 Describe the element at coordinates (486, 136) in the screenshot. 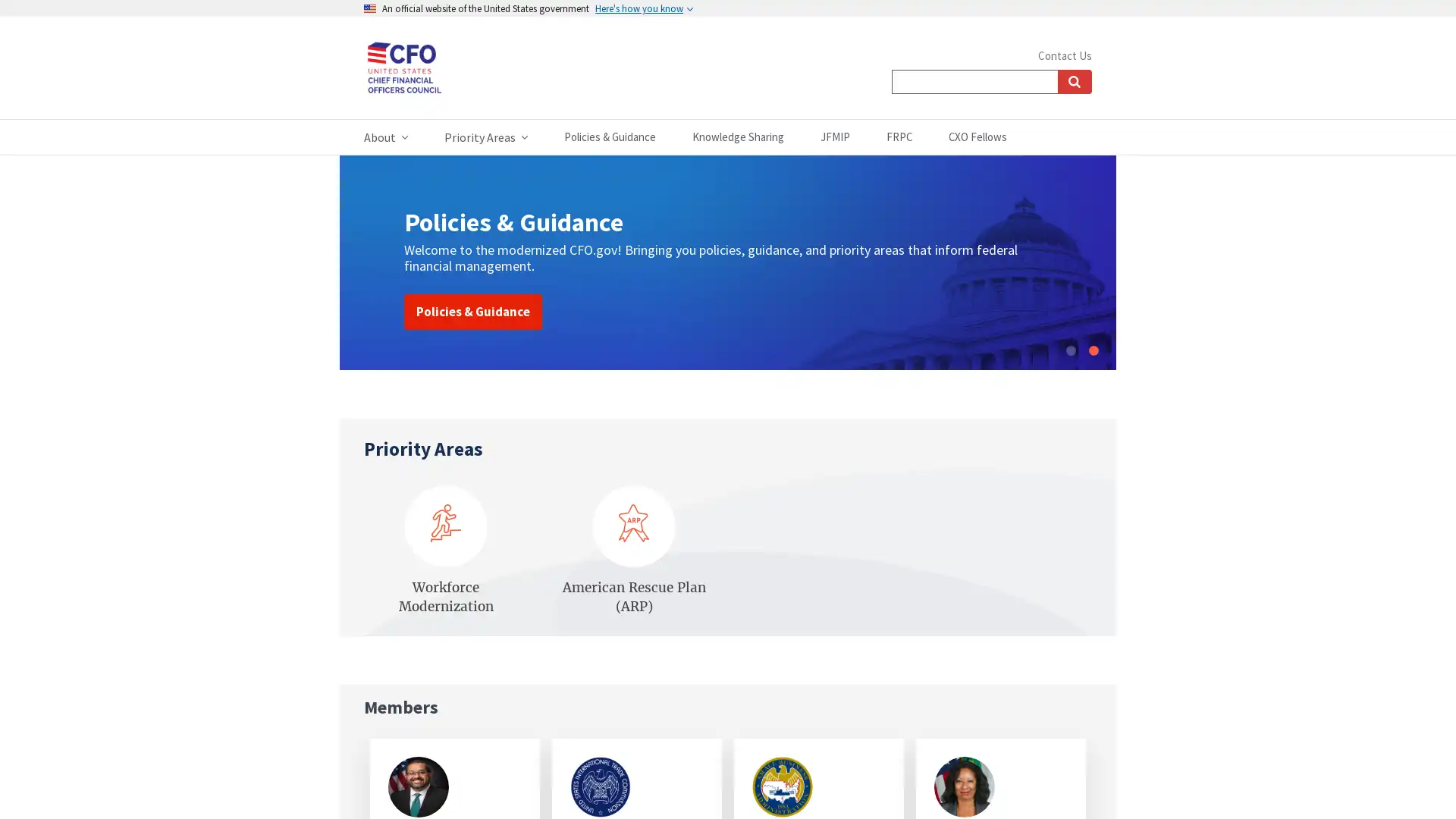

I see `Priority Areas` at that location.